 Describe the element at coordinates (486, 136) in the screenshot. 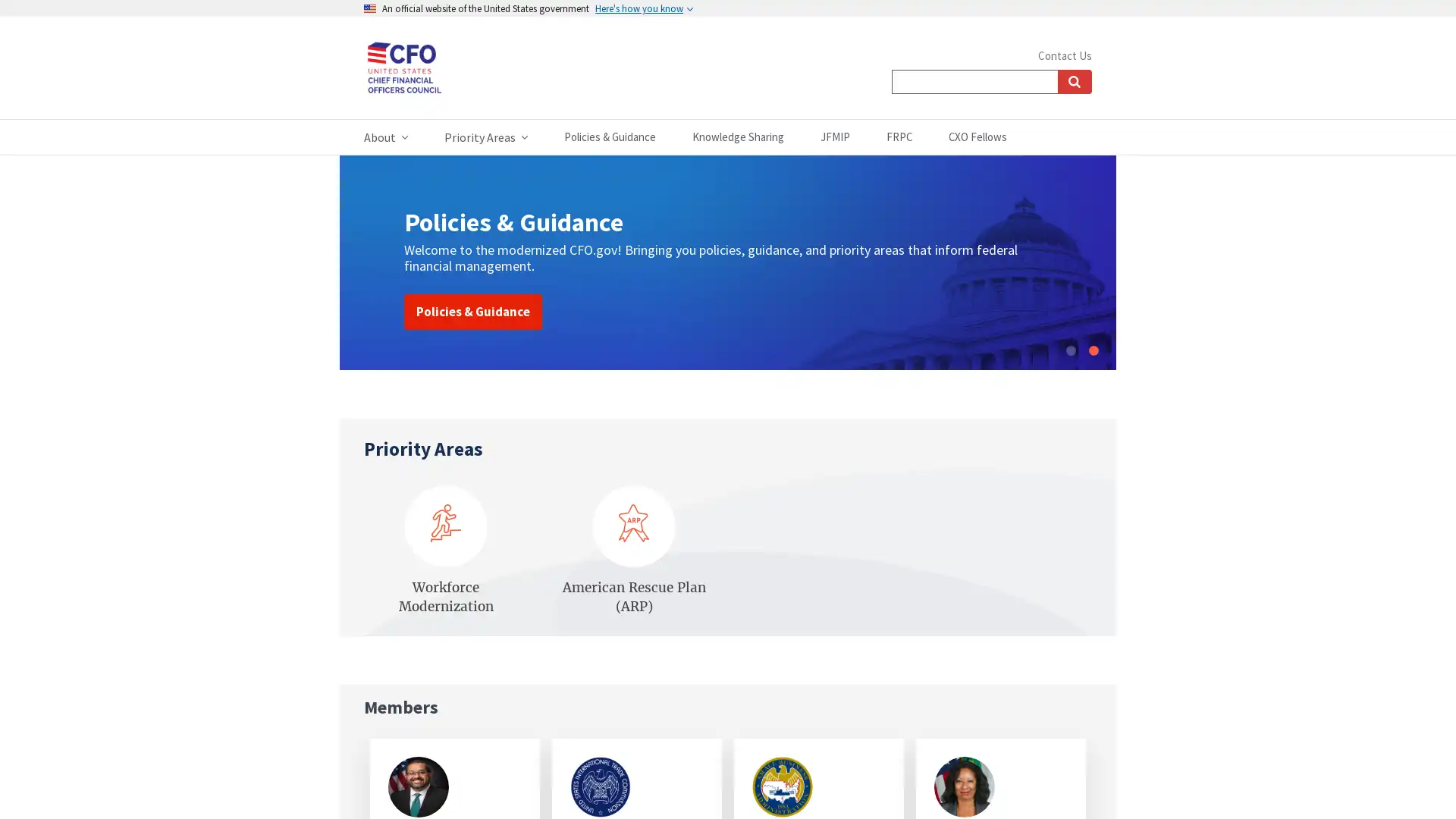

I see `Priority Areas` at that location.